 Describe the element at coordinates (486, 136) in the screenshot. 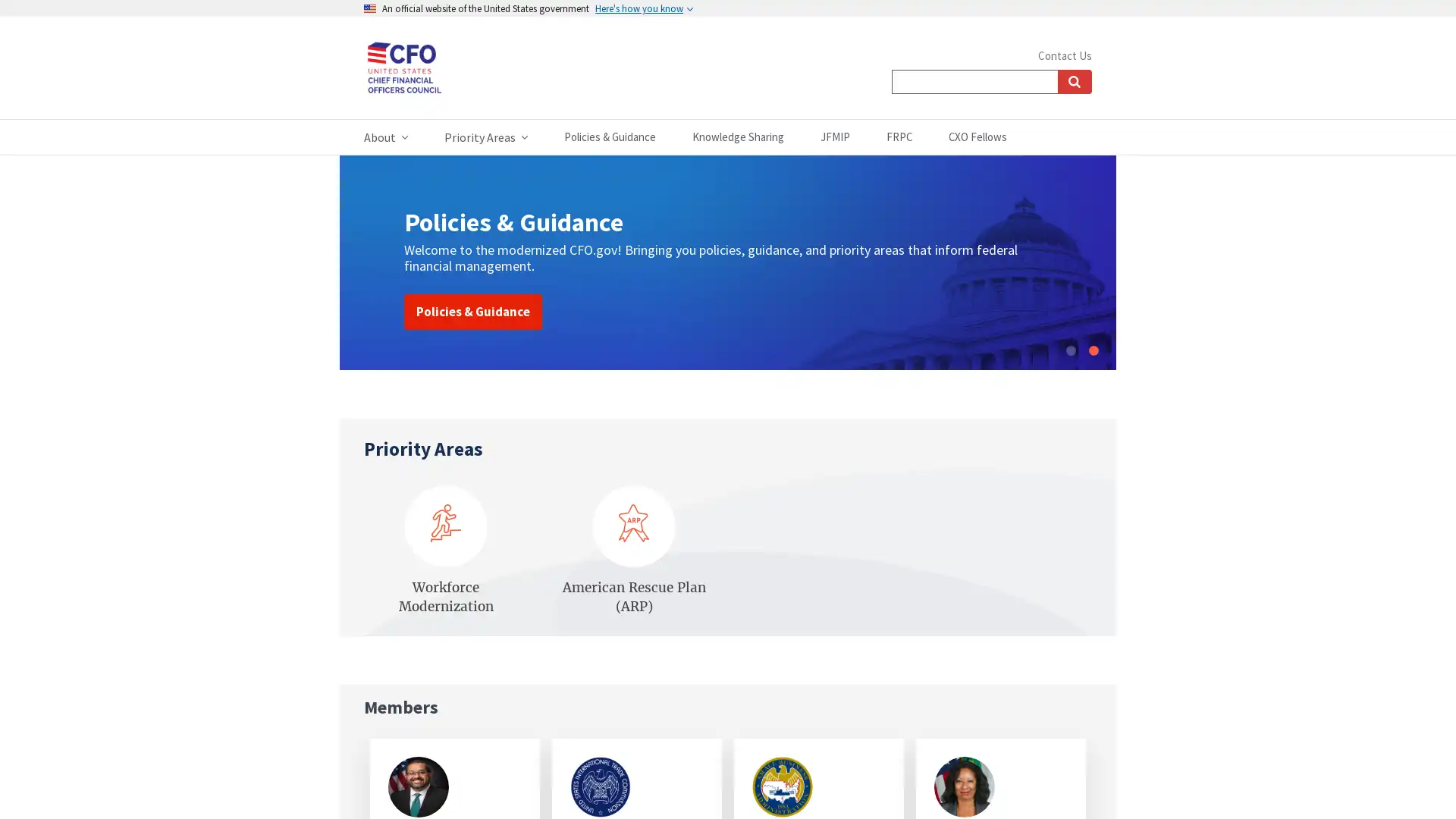

I see `Priority Areas` at that location.